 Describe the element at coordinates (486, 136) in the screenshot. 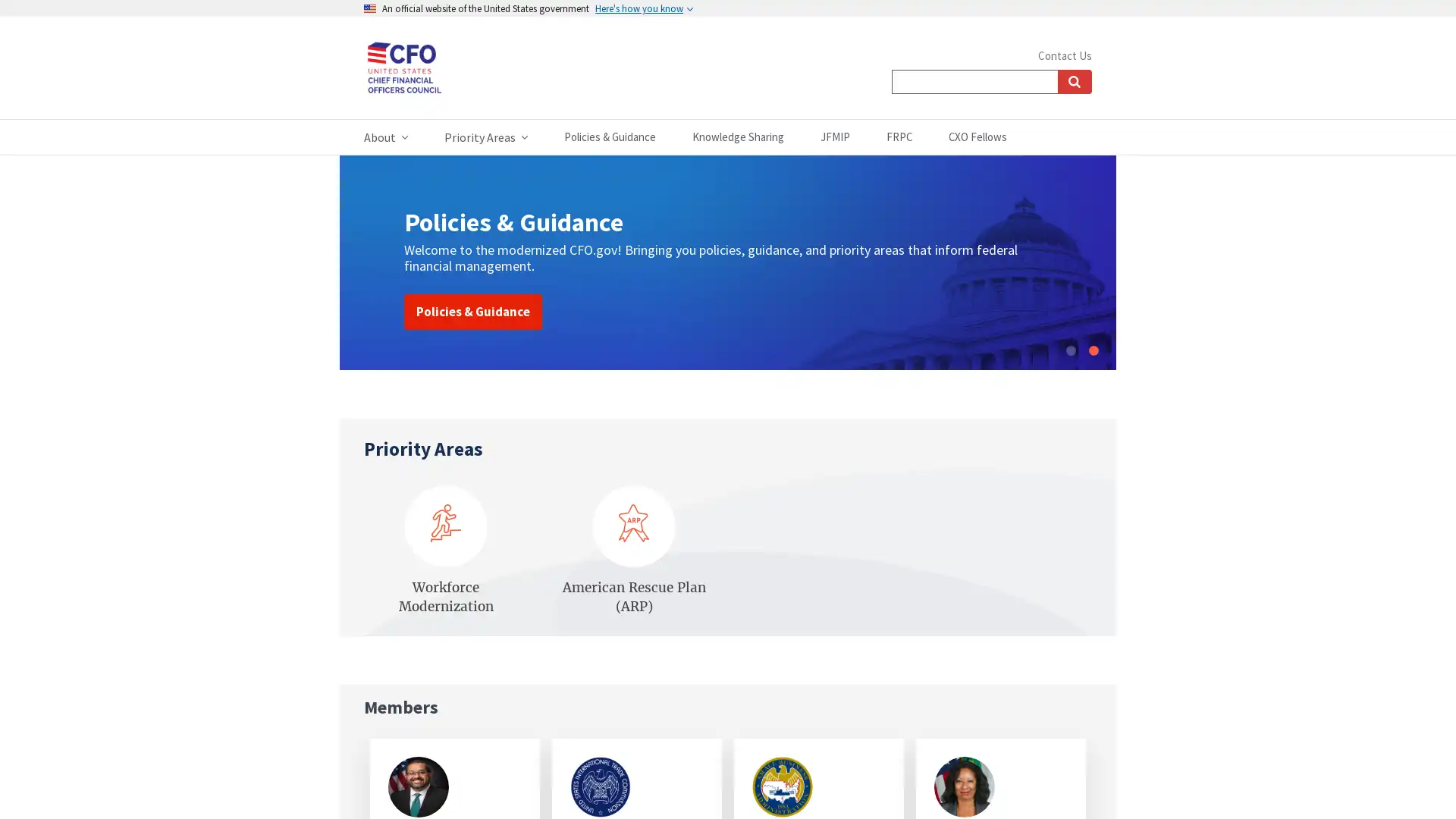

I see `Priority Areas` at that location.